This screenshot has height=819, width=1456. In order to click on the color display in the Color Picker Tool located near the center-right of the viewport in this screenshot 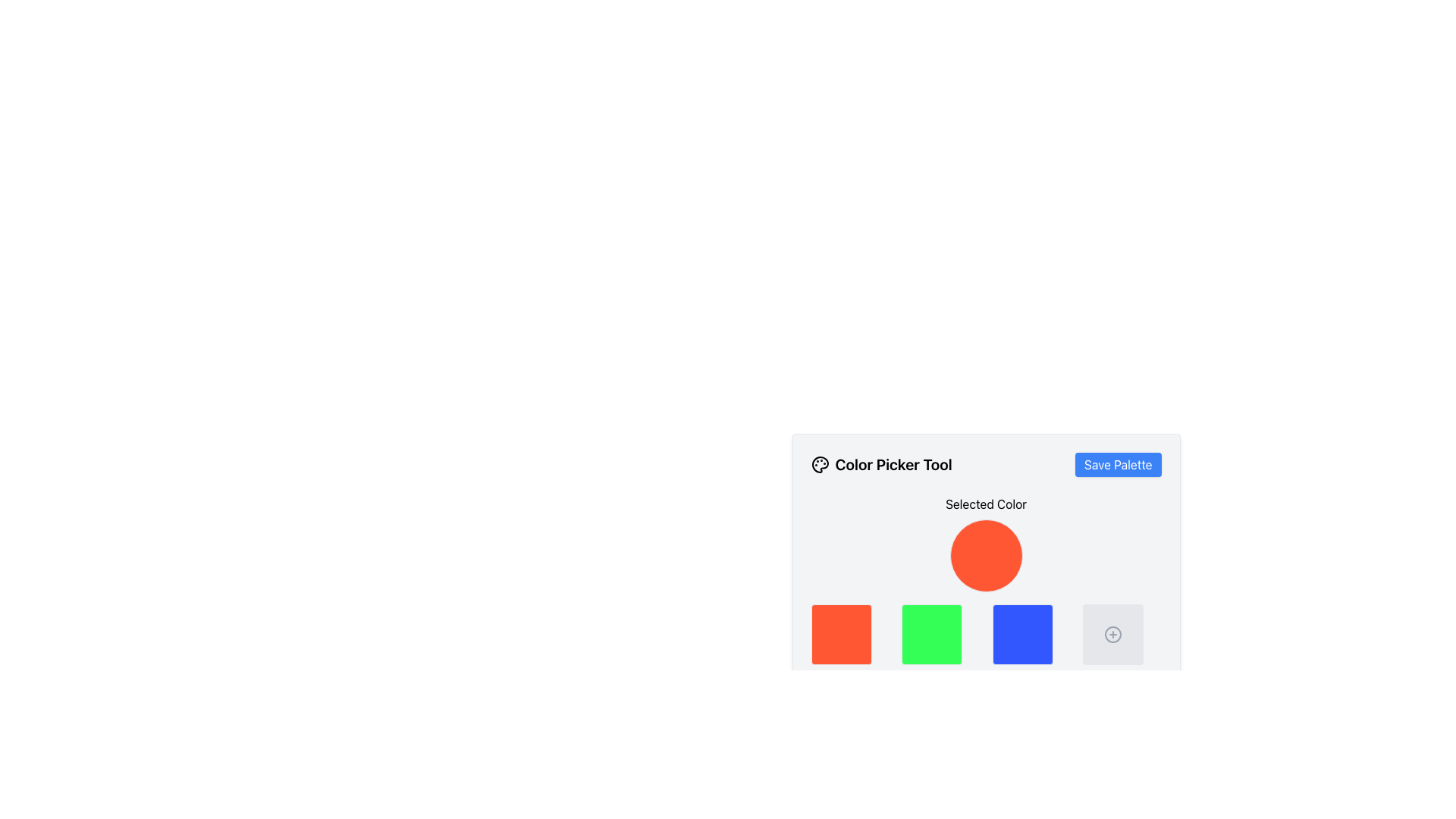, I will do `click(986, 579)`.